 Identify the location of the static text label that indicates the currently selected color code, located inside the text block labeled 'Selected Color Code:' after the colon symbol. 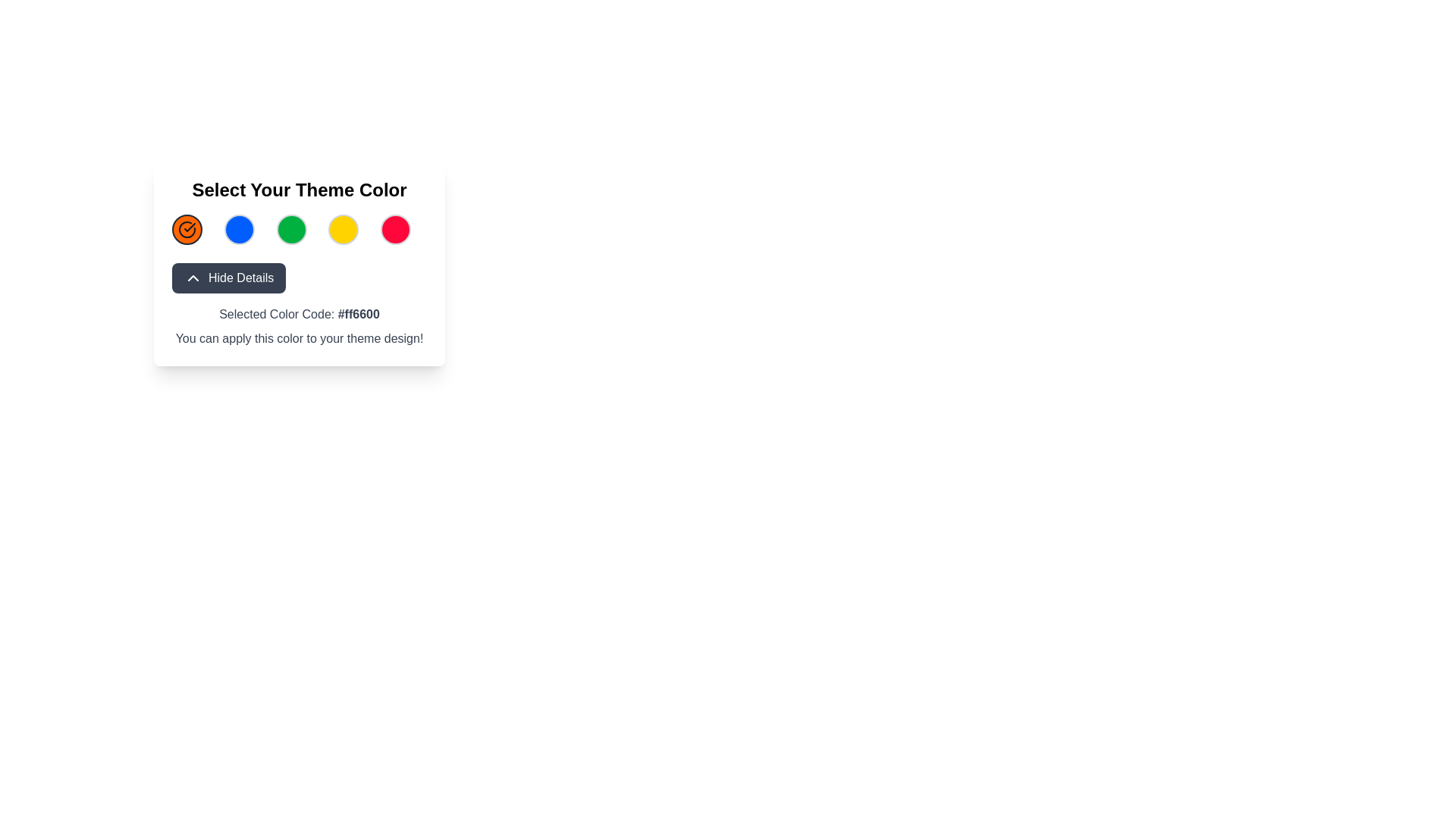
(358, 313).